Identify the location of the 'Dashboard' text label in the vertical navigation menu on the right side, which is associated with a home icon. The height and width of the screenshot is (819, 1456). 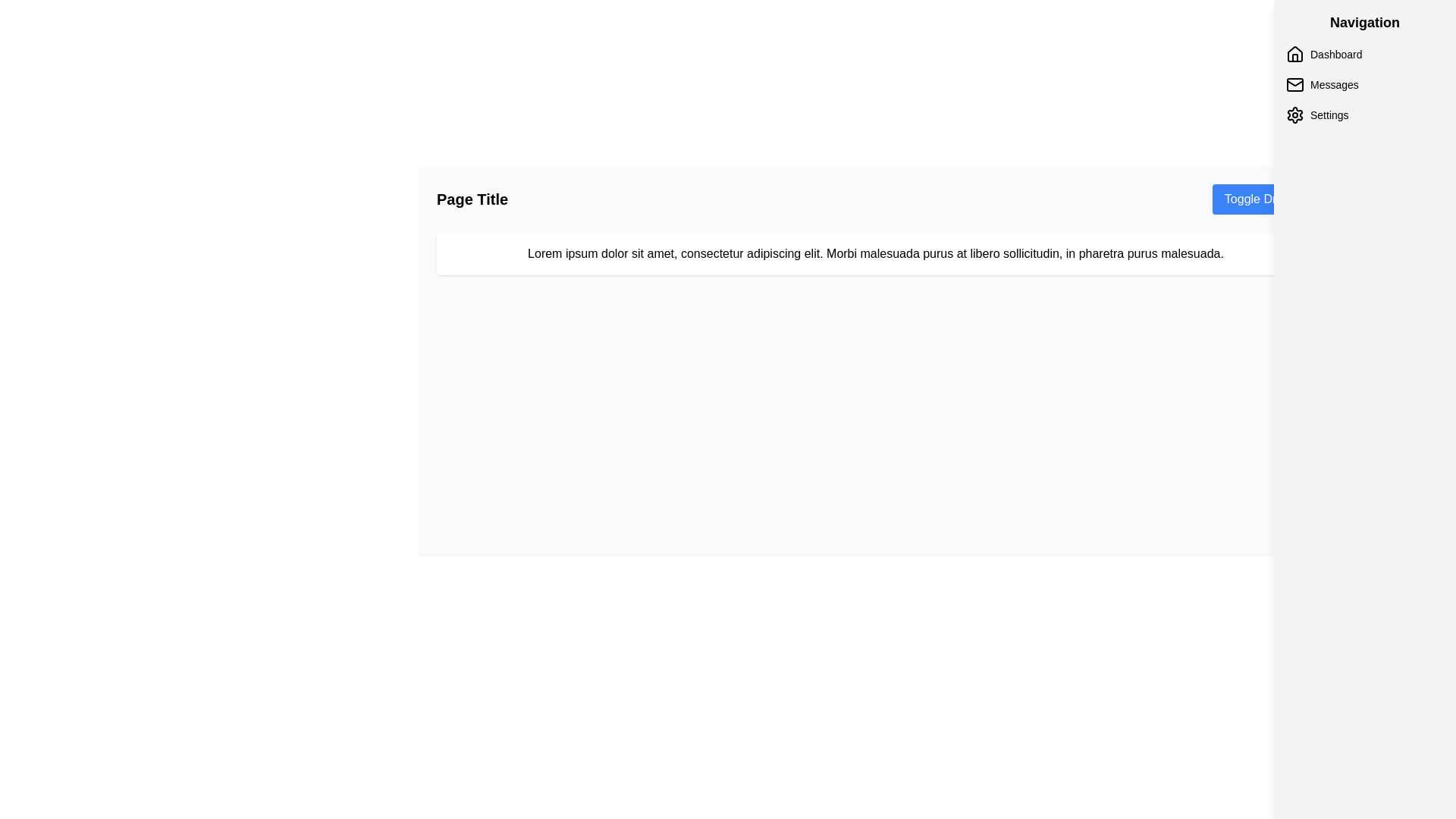
(1336, 54).